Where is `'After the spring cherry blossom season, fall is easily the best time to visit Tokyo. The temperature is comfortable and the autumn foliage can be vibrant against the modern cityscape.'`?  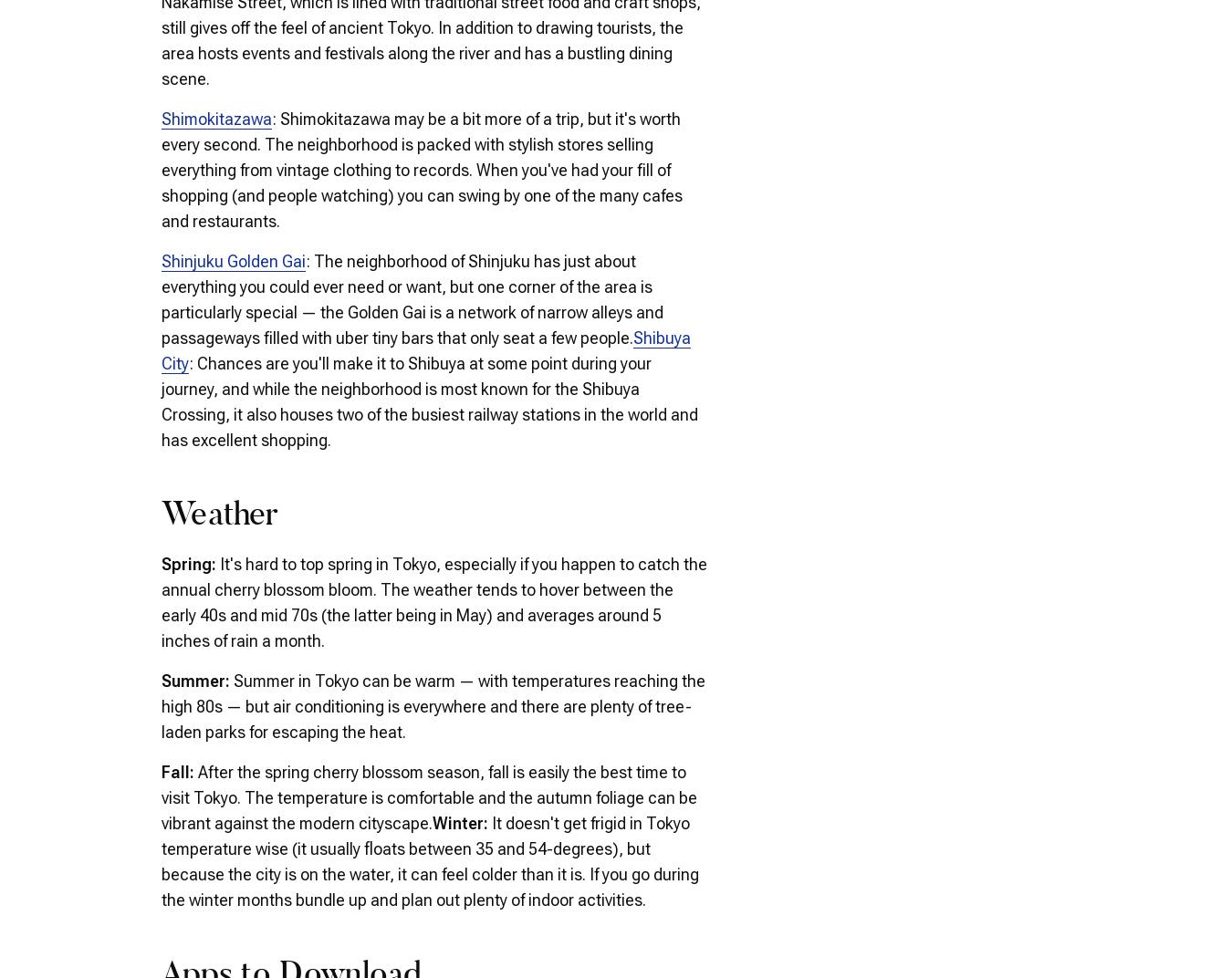
'After the spring cherry blossom season, fall is easily the best time to visit Tokyo. The temperature is comfortable and the autumn foliage can be vibrant against the modern cityscape.' is located at coordinates (428, 796).